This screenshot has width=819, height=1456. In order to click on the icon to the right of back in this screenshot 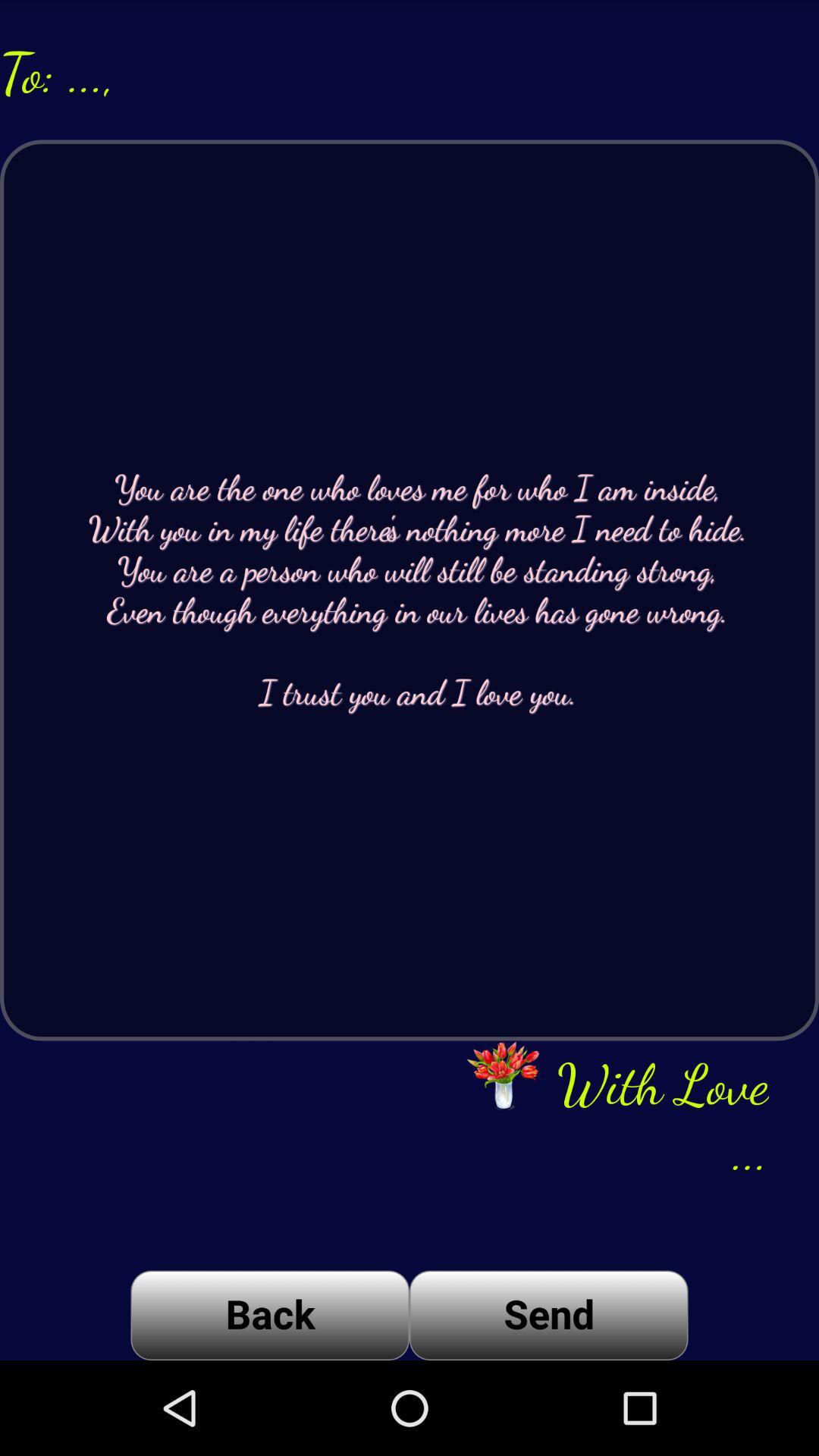, I will do `click(548, 1314)`.